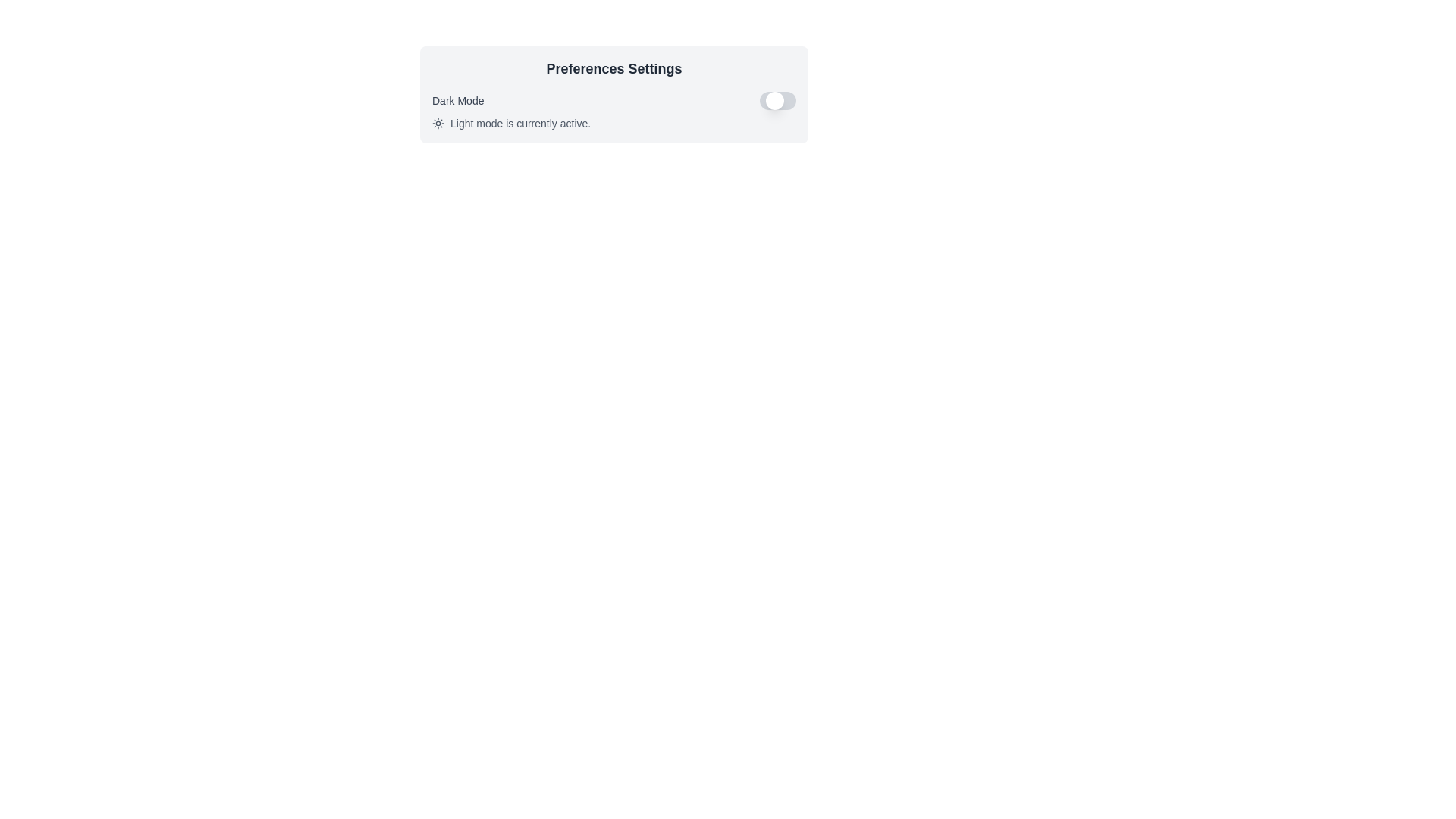  What do you see at coordinates (450, 115) in the screenshot?
I see `the text 'Light mode is currently active.' by clicking and dragging over it` at bounding box center [450, 115].